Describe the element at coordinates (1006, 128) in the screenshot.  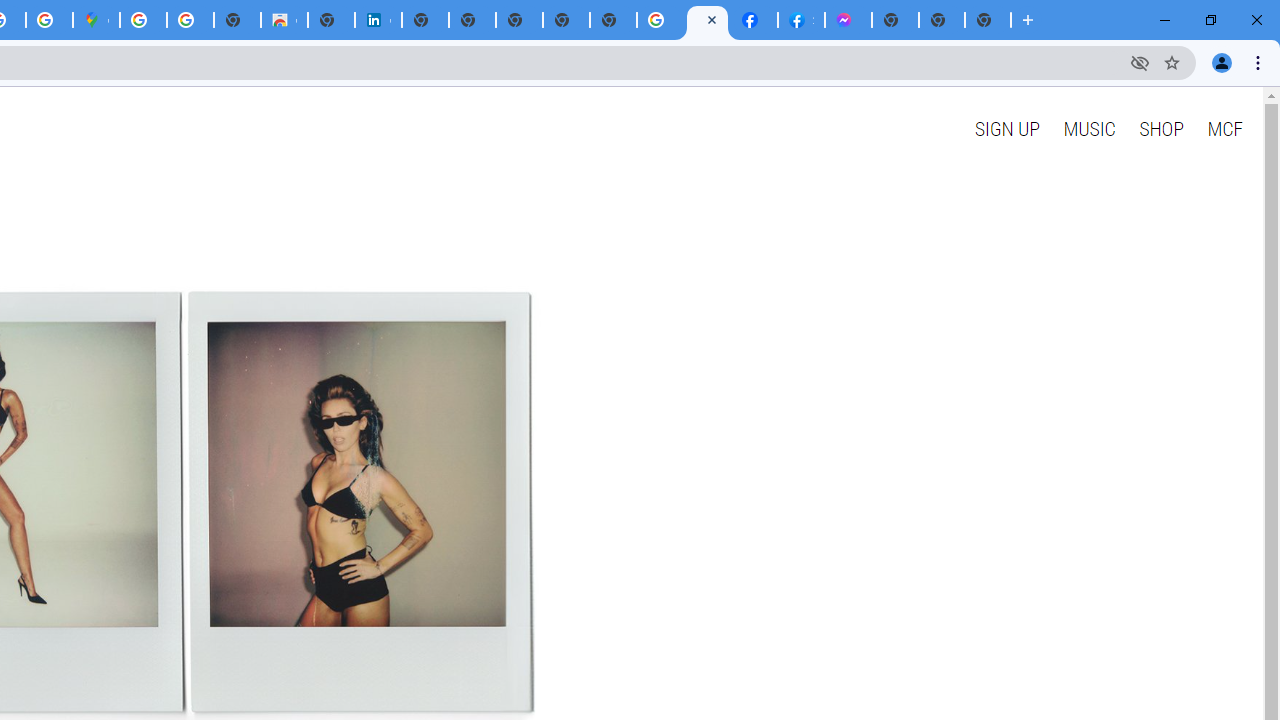
I see `'SIGN UP'` at that location.